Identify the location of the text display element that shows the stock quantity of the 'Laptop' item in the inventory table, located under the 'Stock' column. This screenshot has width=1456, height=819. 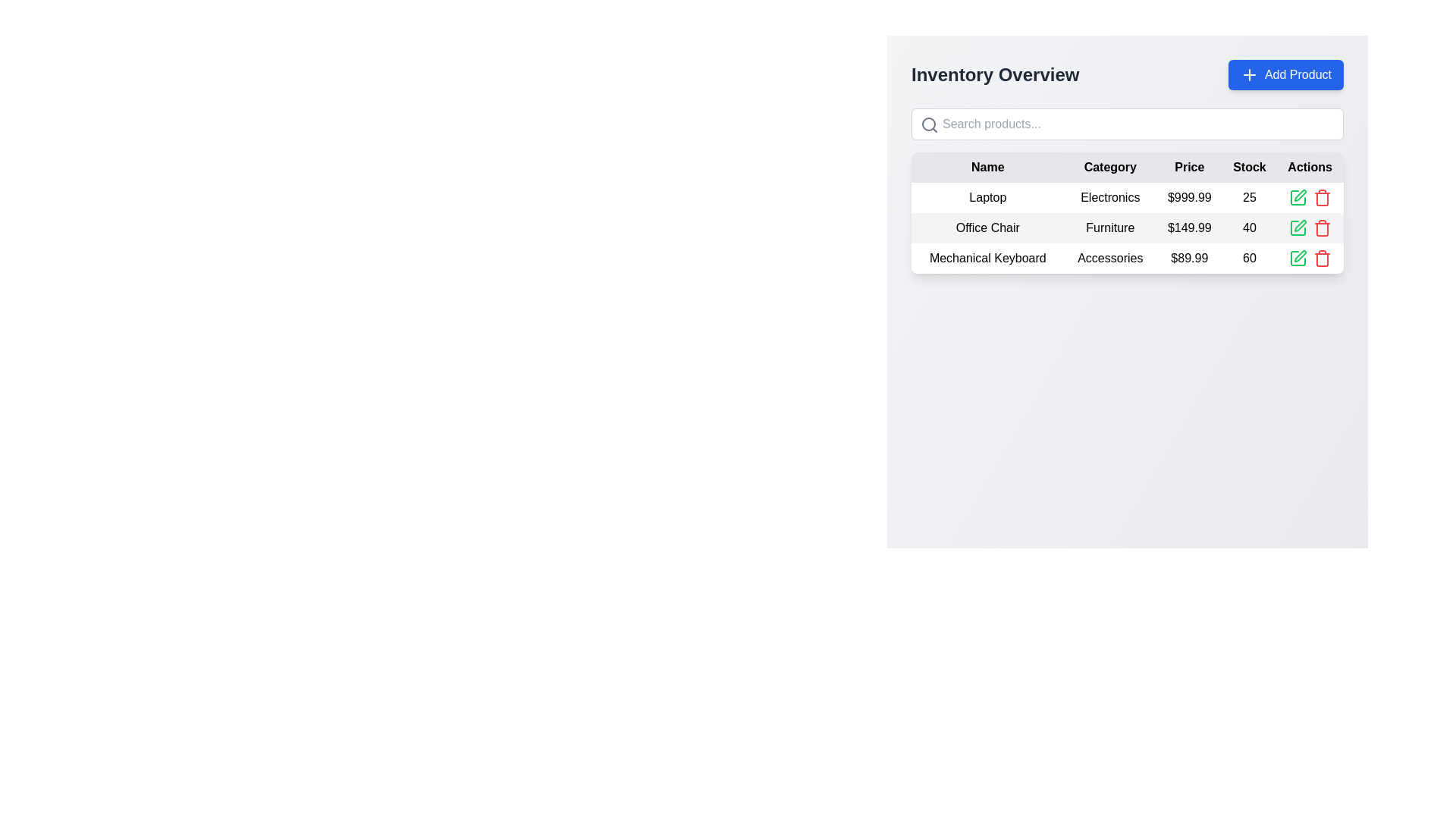
(1249, 197).